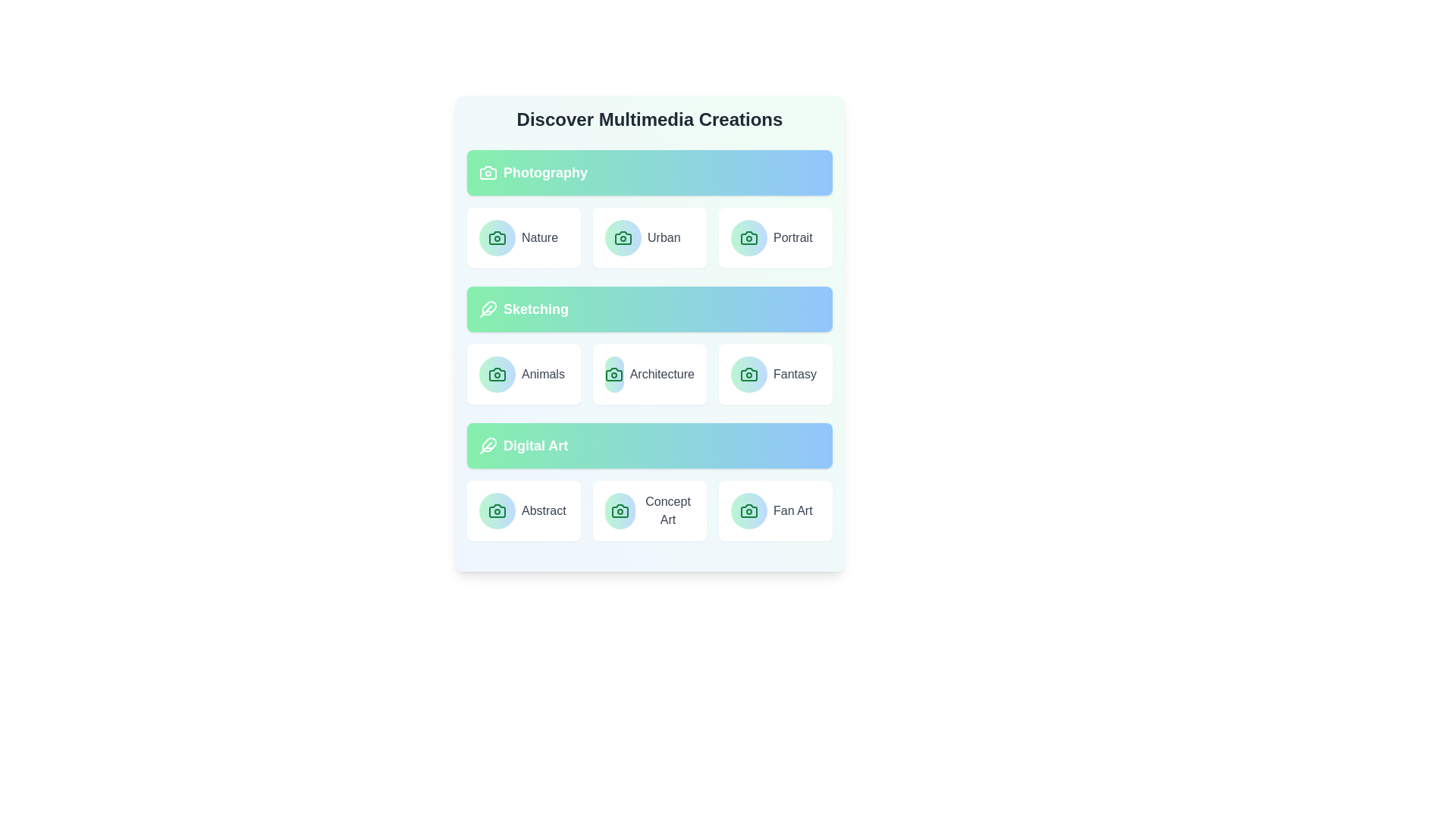  I want to click on the item labeled Fantasy, so click(775, 374).